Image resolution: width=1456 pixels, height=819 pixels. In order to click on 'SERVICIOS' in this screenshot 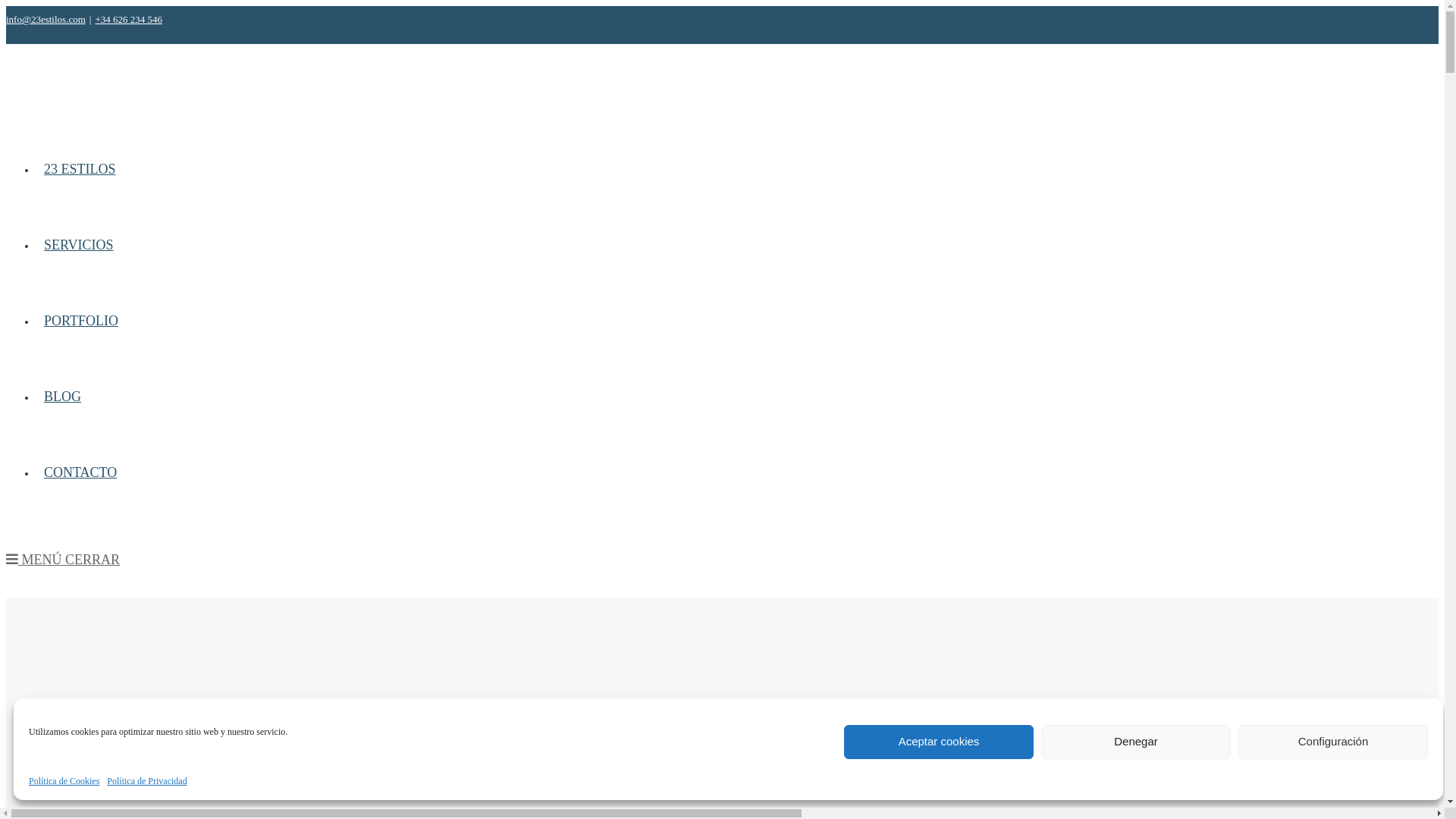, I will do `click(78, 243)`.